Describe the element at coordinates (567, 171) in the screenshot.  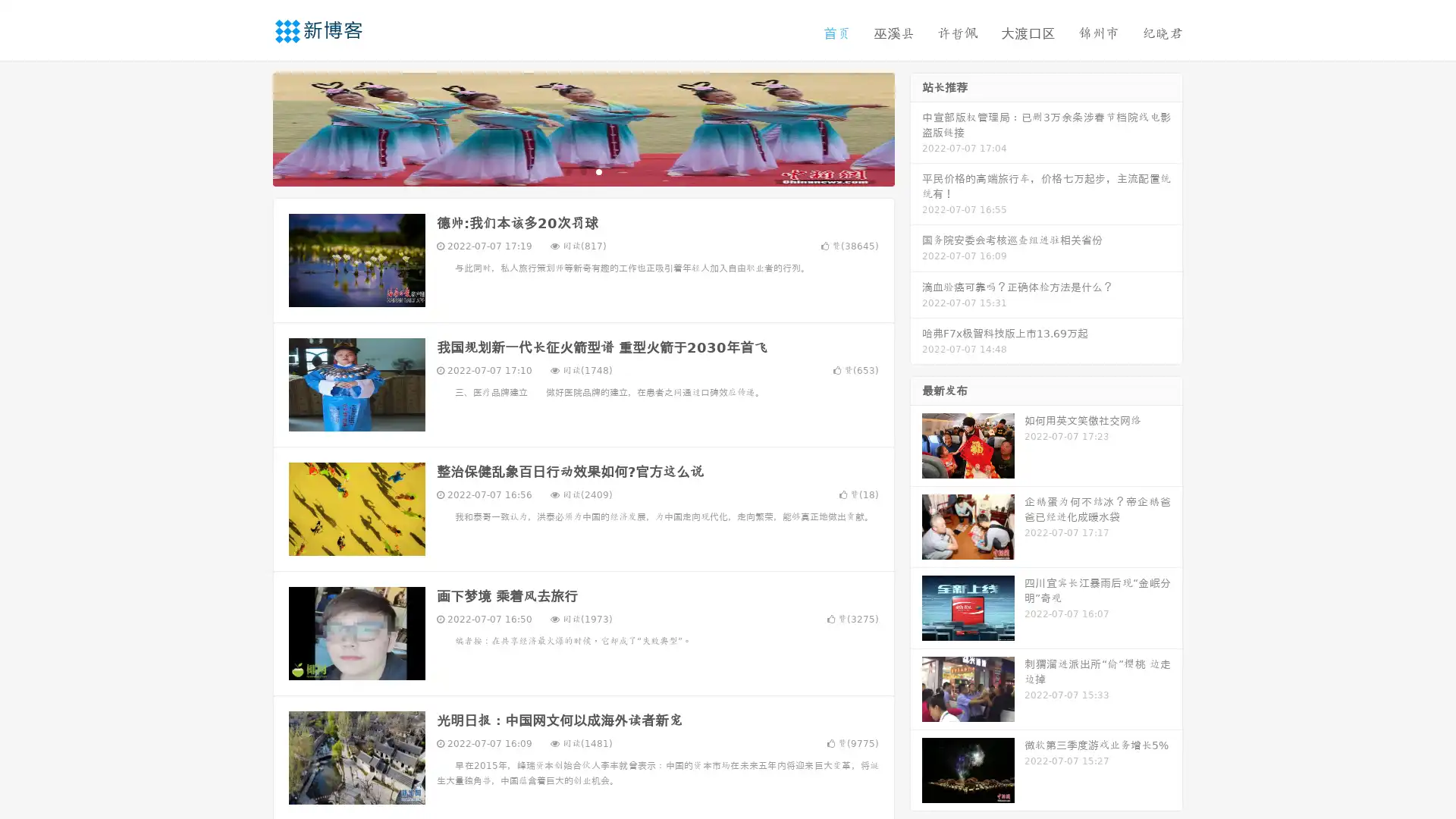
I see `Go to slide 1` at that location.